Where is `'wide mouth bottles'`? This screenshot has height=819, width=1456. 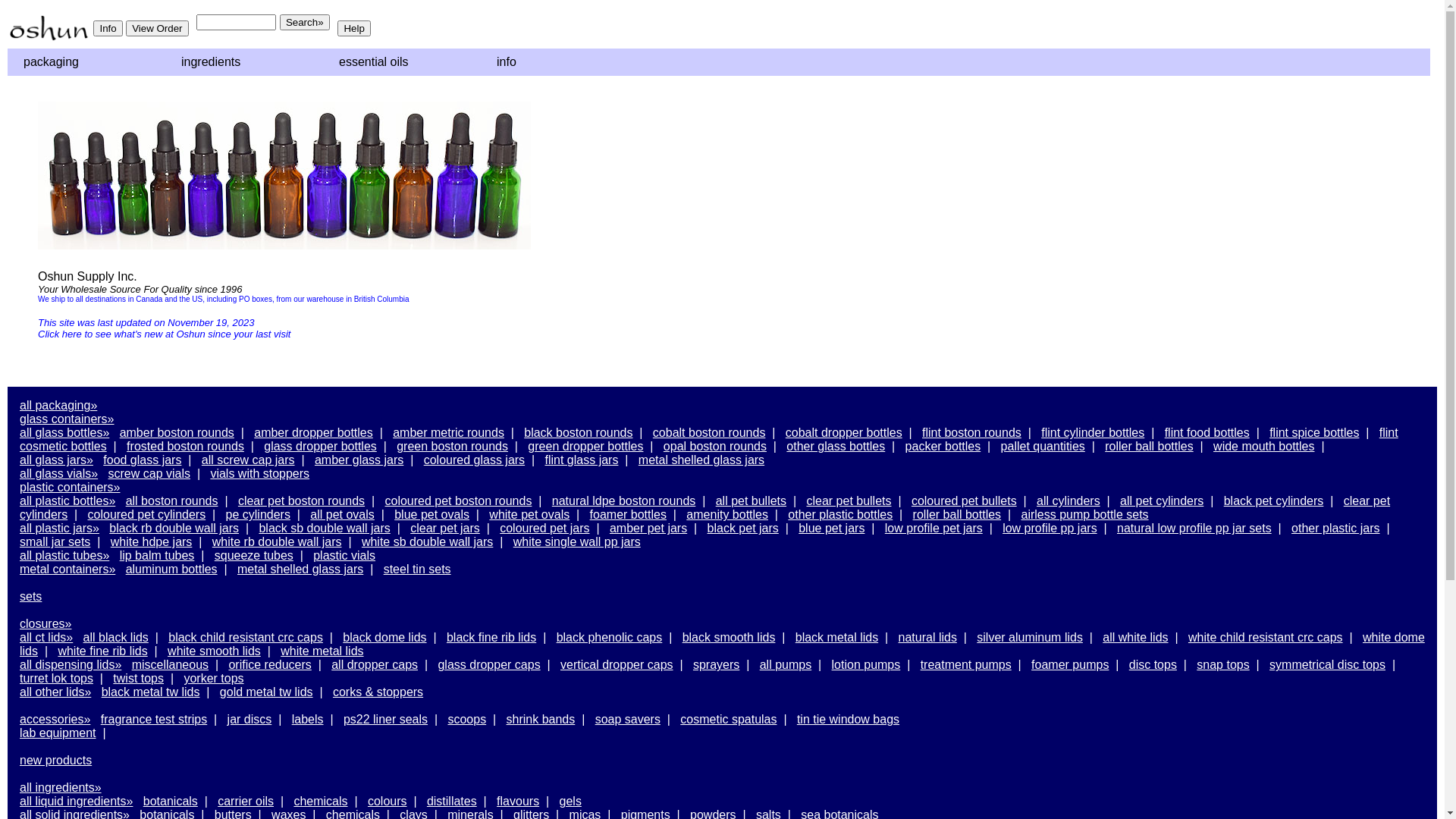 'wide mouth bottles' is located at coordinates (1212, 445).